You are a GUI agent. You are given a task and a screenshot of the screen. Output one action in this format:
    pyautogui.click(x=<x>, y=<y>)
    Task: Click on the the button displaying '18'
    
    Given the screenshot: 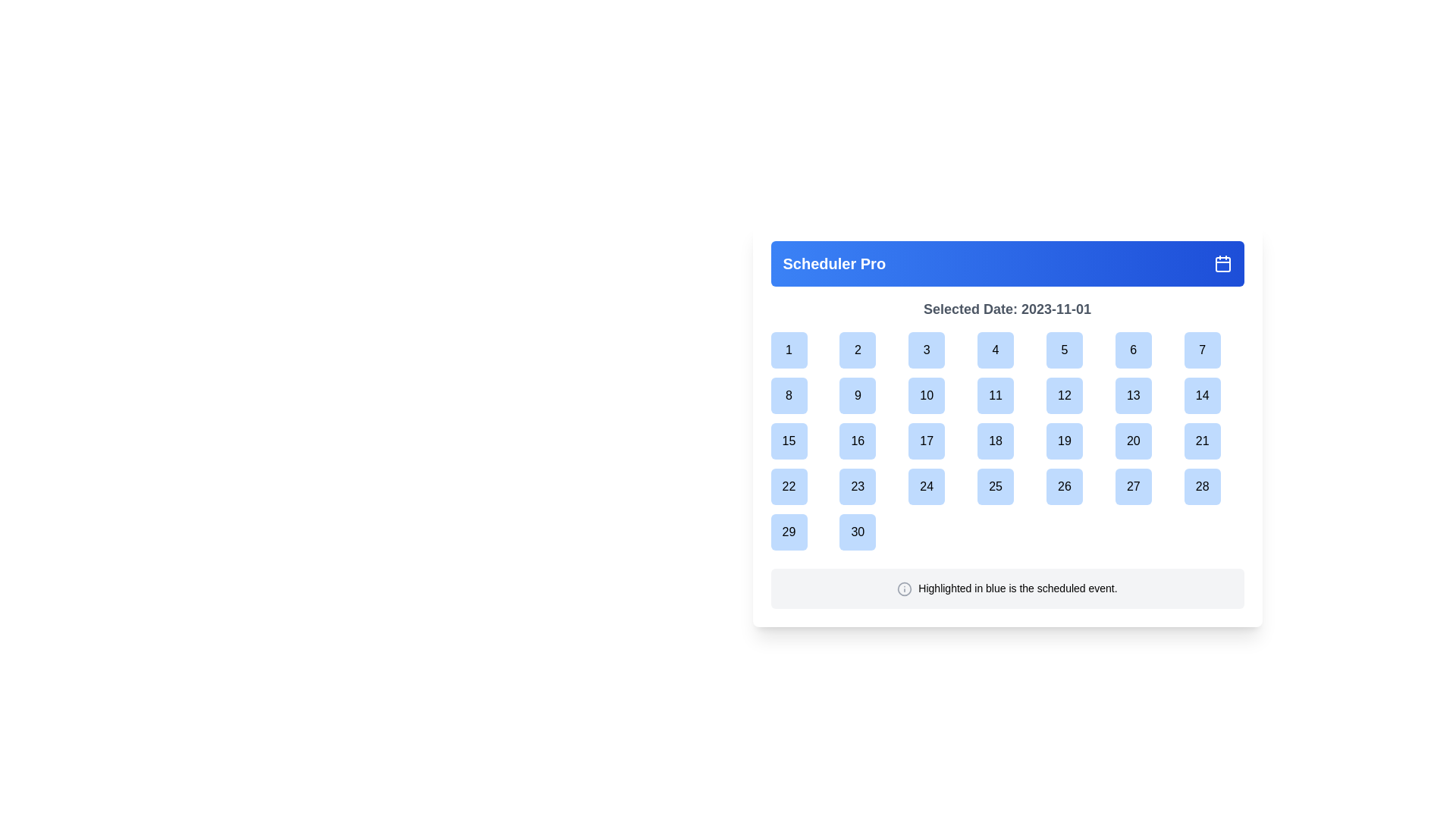 What is the action you would take?
    pyautogui.click(x=996, y=441)
    